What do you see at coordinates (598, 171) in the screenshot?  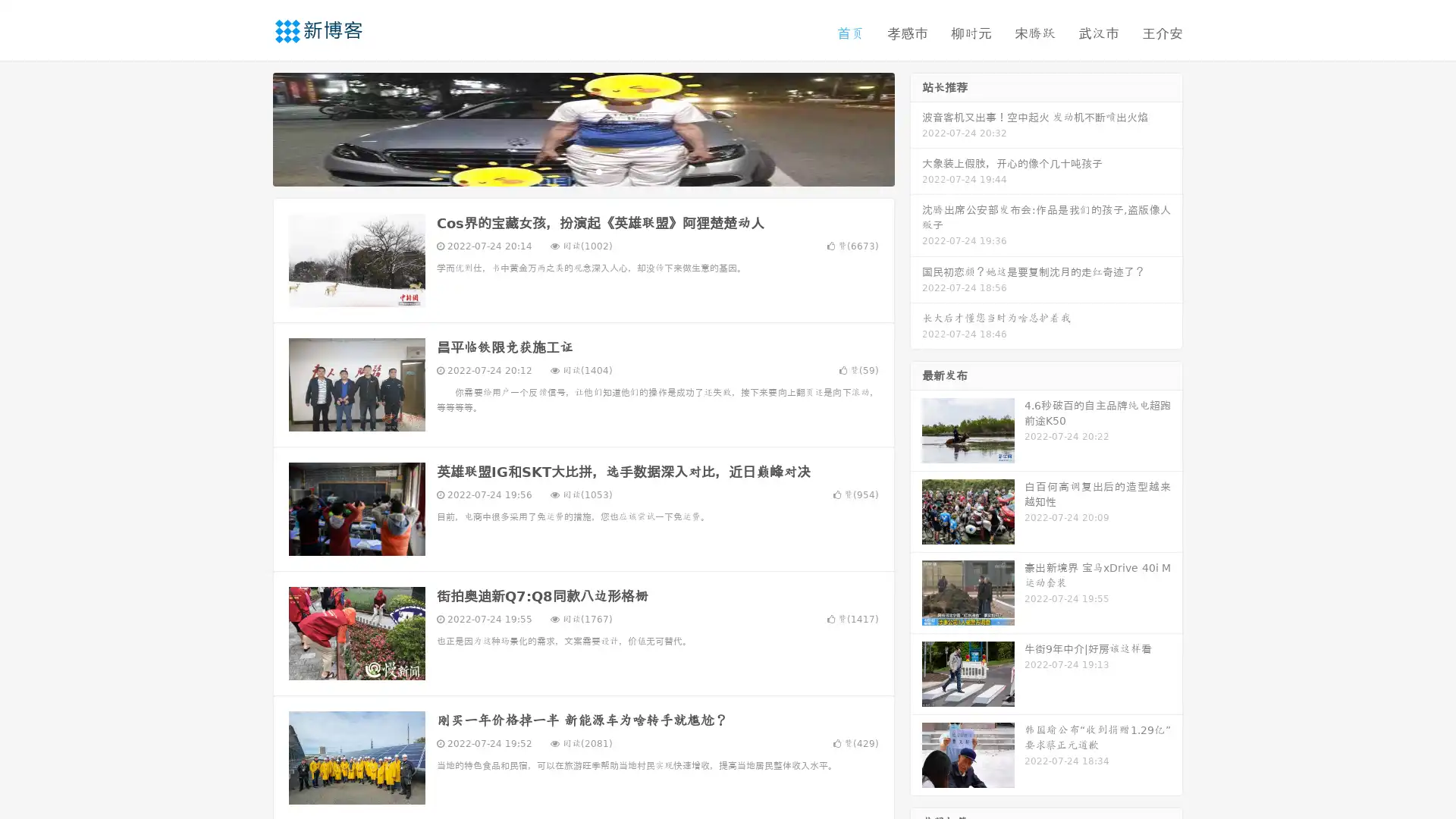 I see `Go to slide 3` at bounding box center [598, 171].